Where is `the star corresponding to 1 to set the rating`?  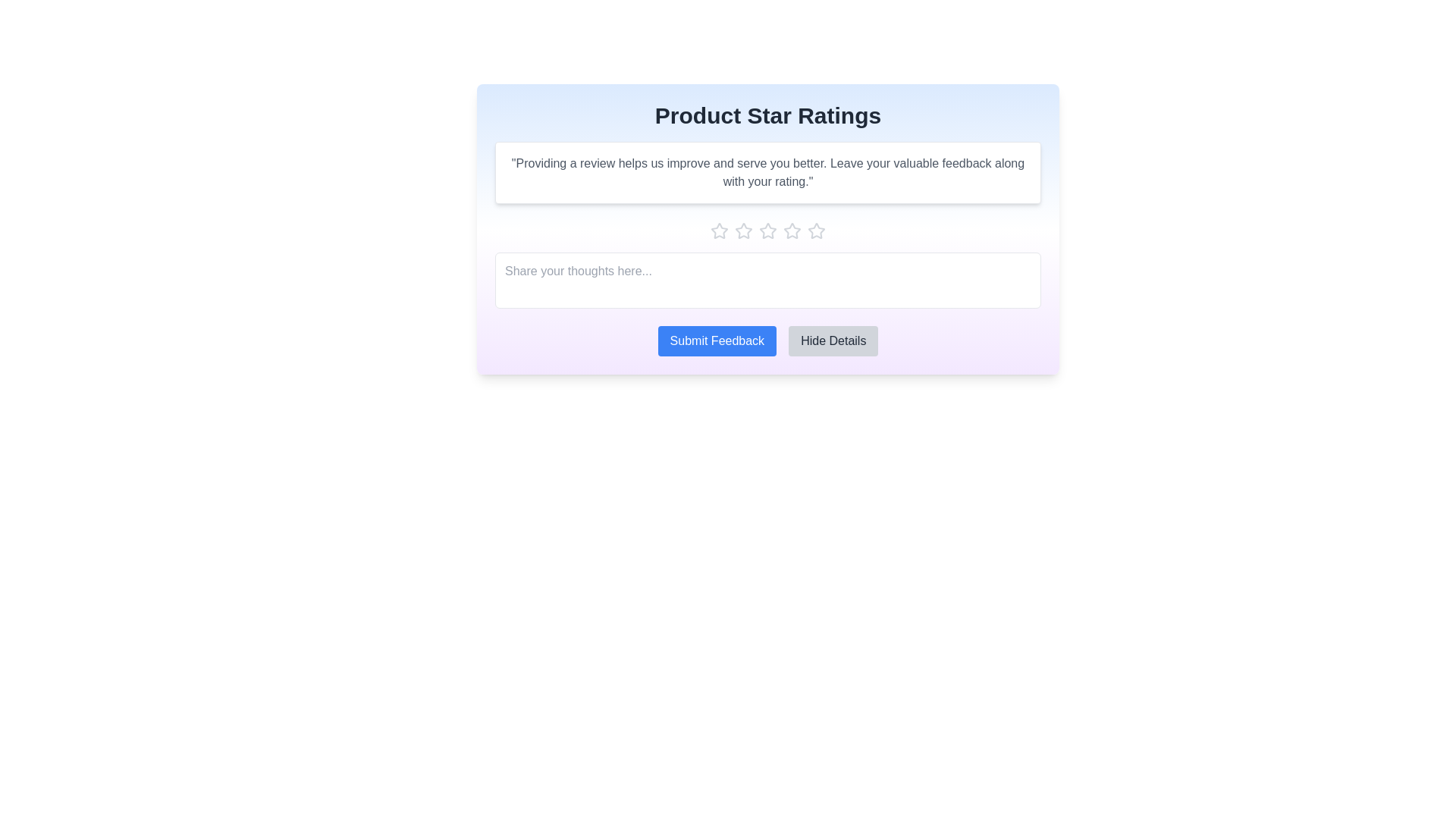 the star corresponding to 1 to set the rating is located at coordinates (719, 231).